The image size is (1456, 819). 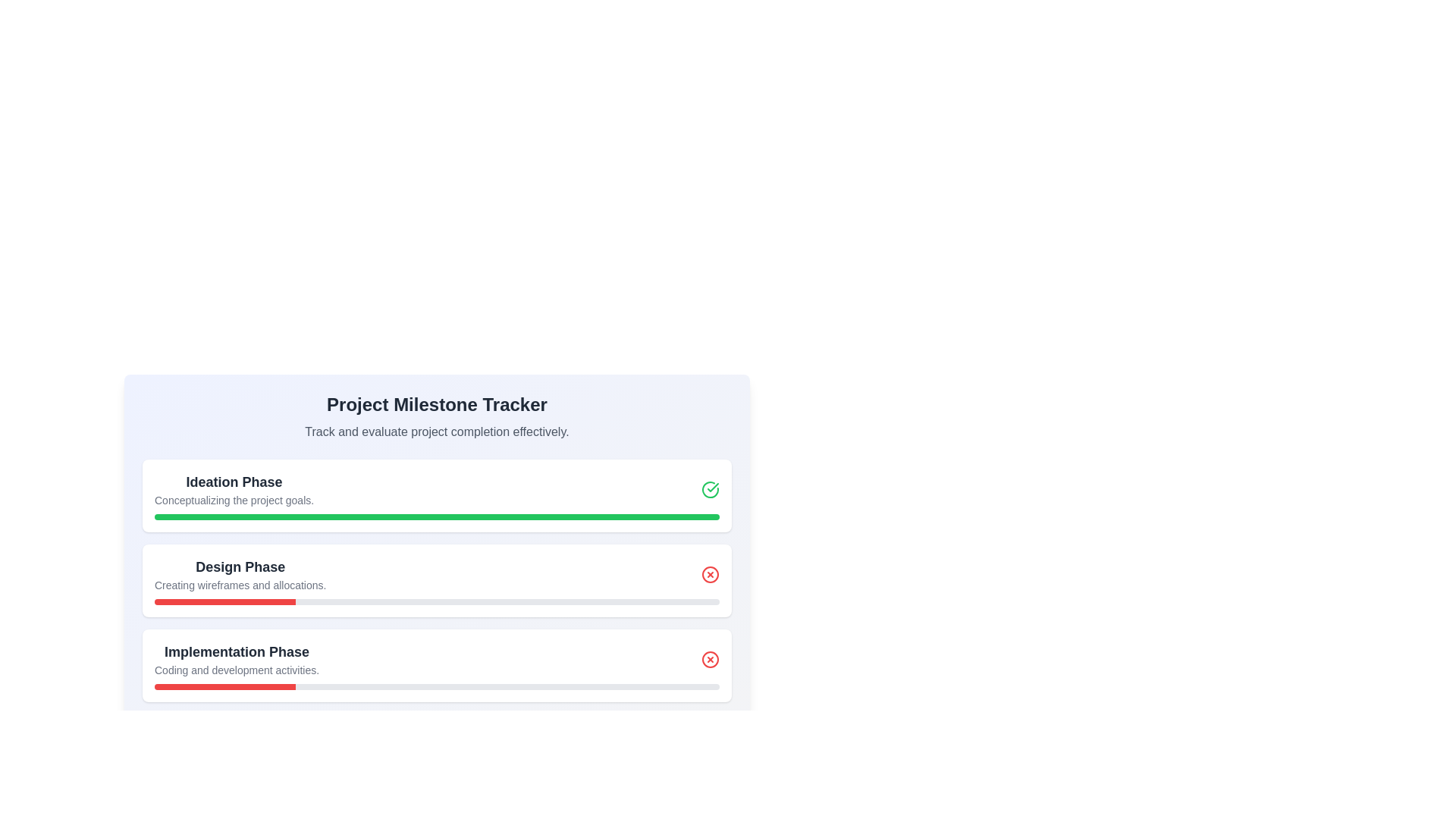 What do you see at coordinates (436, 432) in the screenshot?
I see `the Text label stating 'Track and evaluate project completion effectively,' located directly below the title 'Project Milestone Tracker.'` at bounding box center [436, 432].